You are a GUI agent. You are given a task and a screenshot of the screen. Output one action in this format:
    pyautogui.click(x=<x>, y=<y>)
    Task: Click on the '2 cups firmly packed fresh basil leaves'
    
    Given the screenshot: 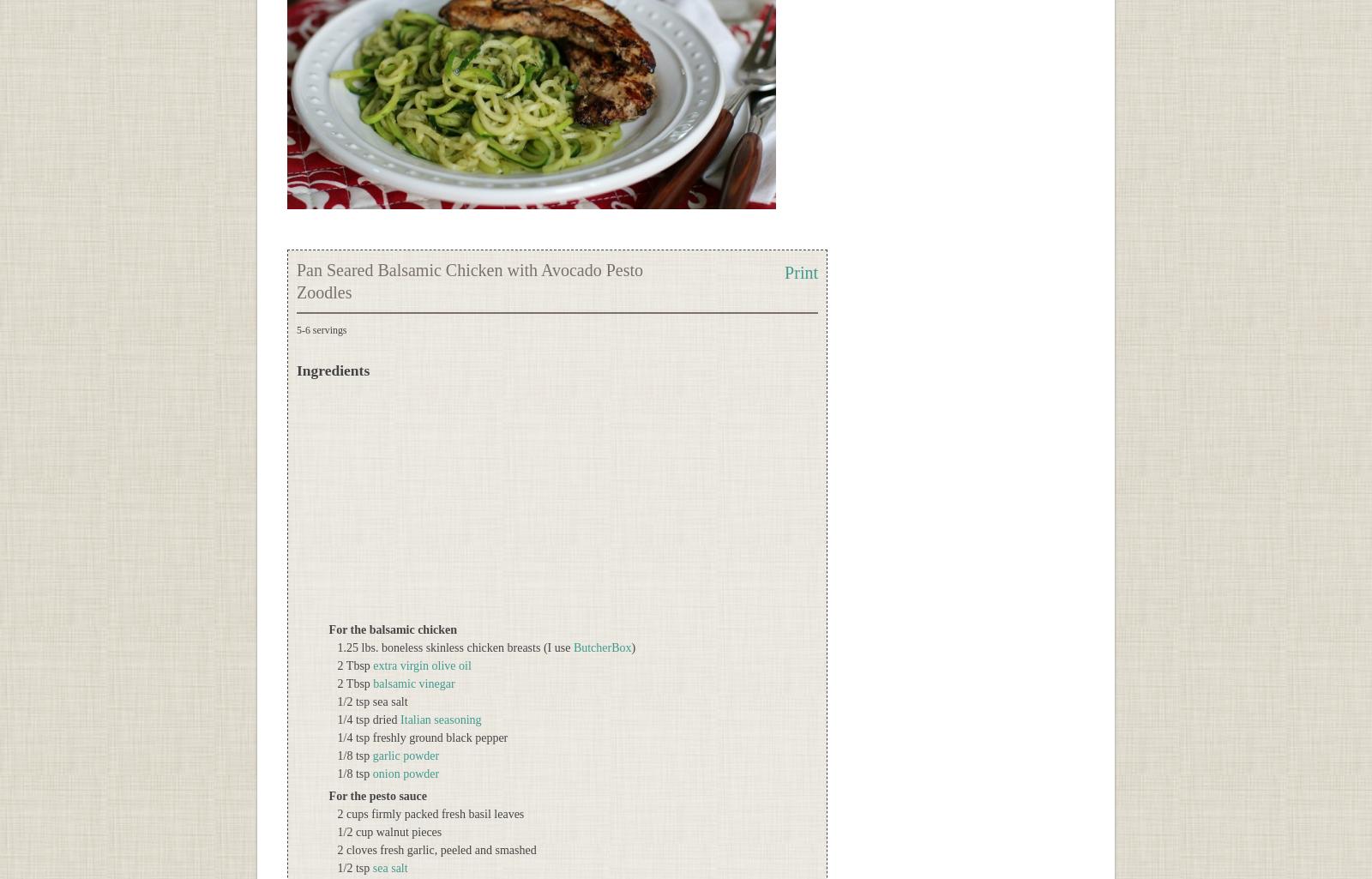 What is the action you would take?
    pyautogui.click(x=430, y=814)
    